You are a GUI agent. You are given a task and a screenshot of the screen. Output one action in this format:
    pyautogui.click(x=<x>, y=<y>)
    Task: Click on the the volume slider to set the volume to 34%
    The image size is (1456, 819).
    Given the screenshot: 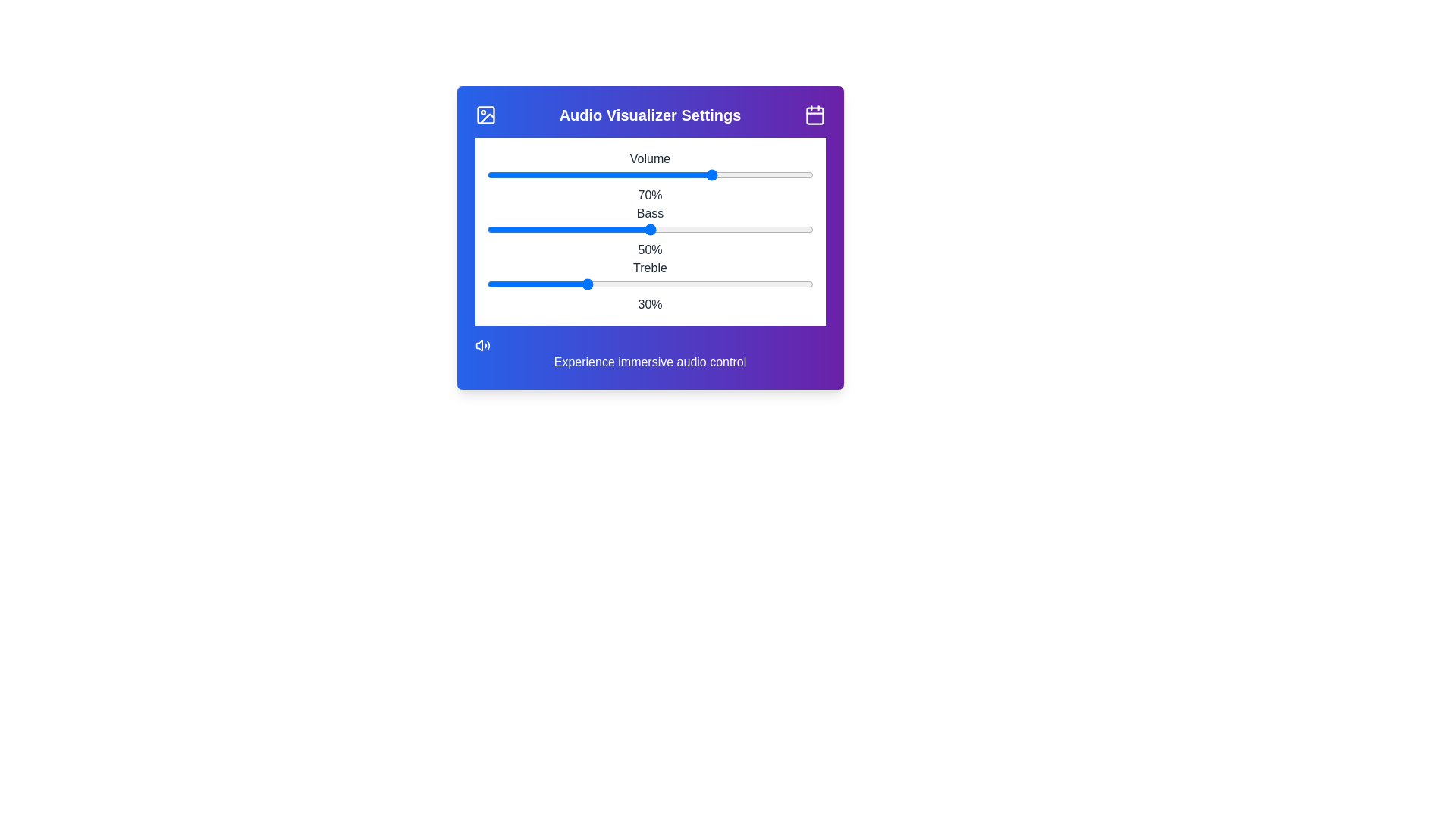 What is the action you would take?
    pyautogui.click(x=595, y=174)
    